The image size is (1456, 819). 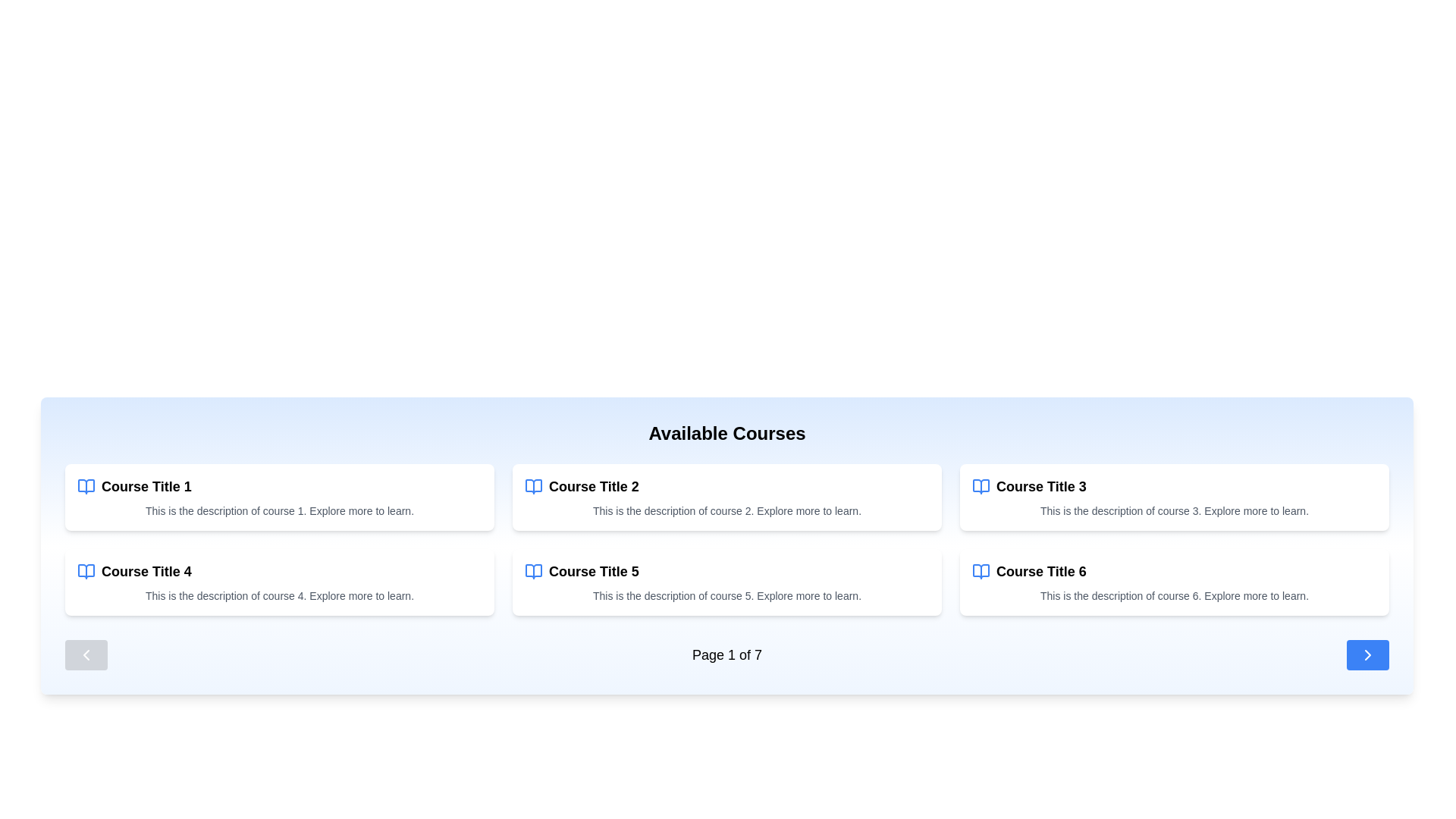 I want to click on the bold text label reading 'Course Title 4' located in the second row of the course list under 'Available Courses', above the description text and next to the book icon, so click(x=146, y=571).